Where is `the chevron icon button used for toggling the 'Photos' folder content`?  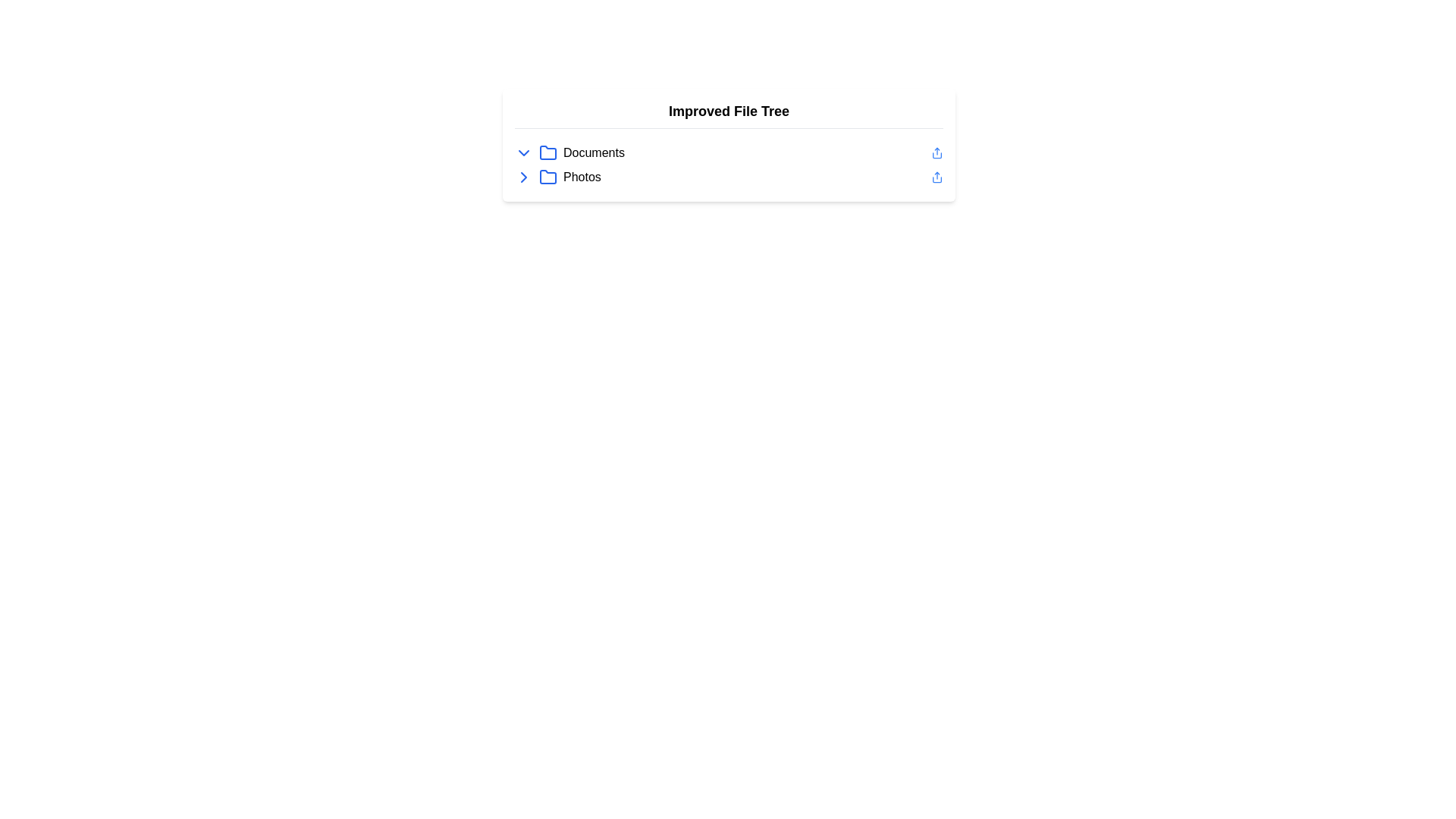
the chevron icon button used for toggling the 'Photos' folder content is located at coordinates (524, 177).